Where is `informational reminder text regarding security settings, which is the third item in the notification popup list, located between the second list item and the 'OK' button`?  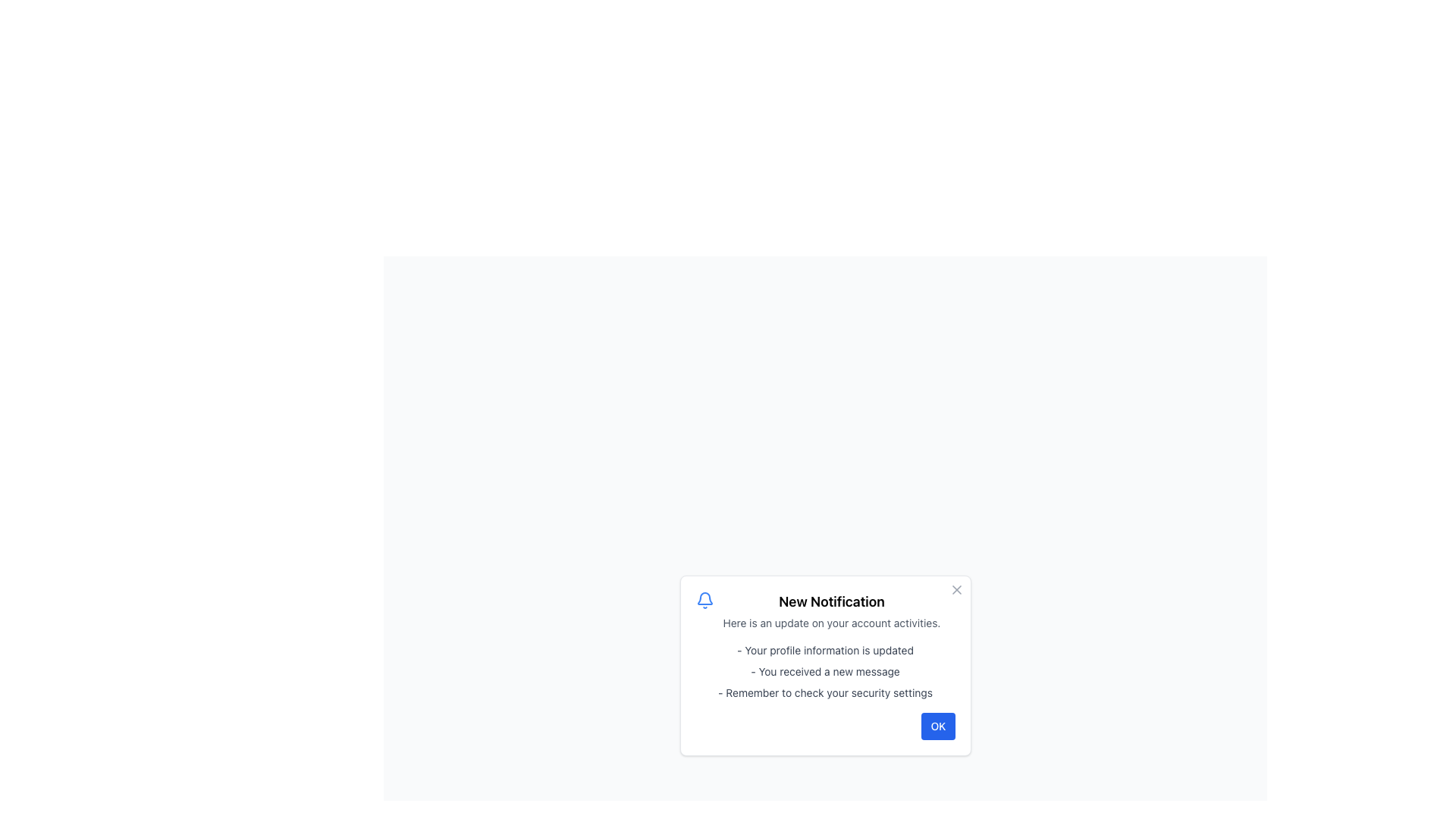 informational reminder text regarding security settings, which is the third item in the notification popup list, located between the second list item and the 'OK' button is located at coordinates (824, 693).